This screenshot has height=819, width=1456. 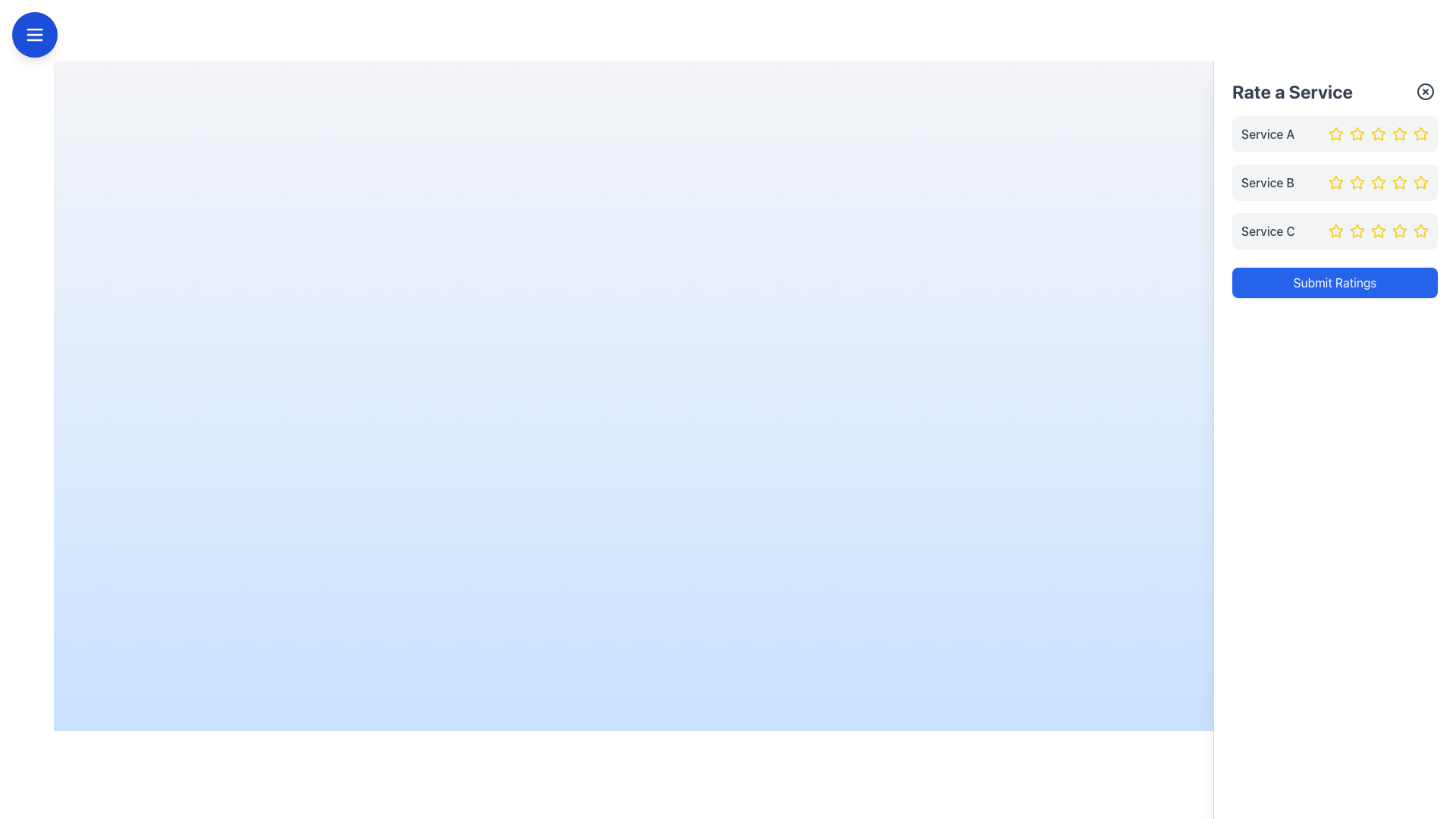 I want to click on the interactive star icons of the 'Service A' rating component, so click(x=1335, y=133).